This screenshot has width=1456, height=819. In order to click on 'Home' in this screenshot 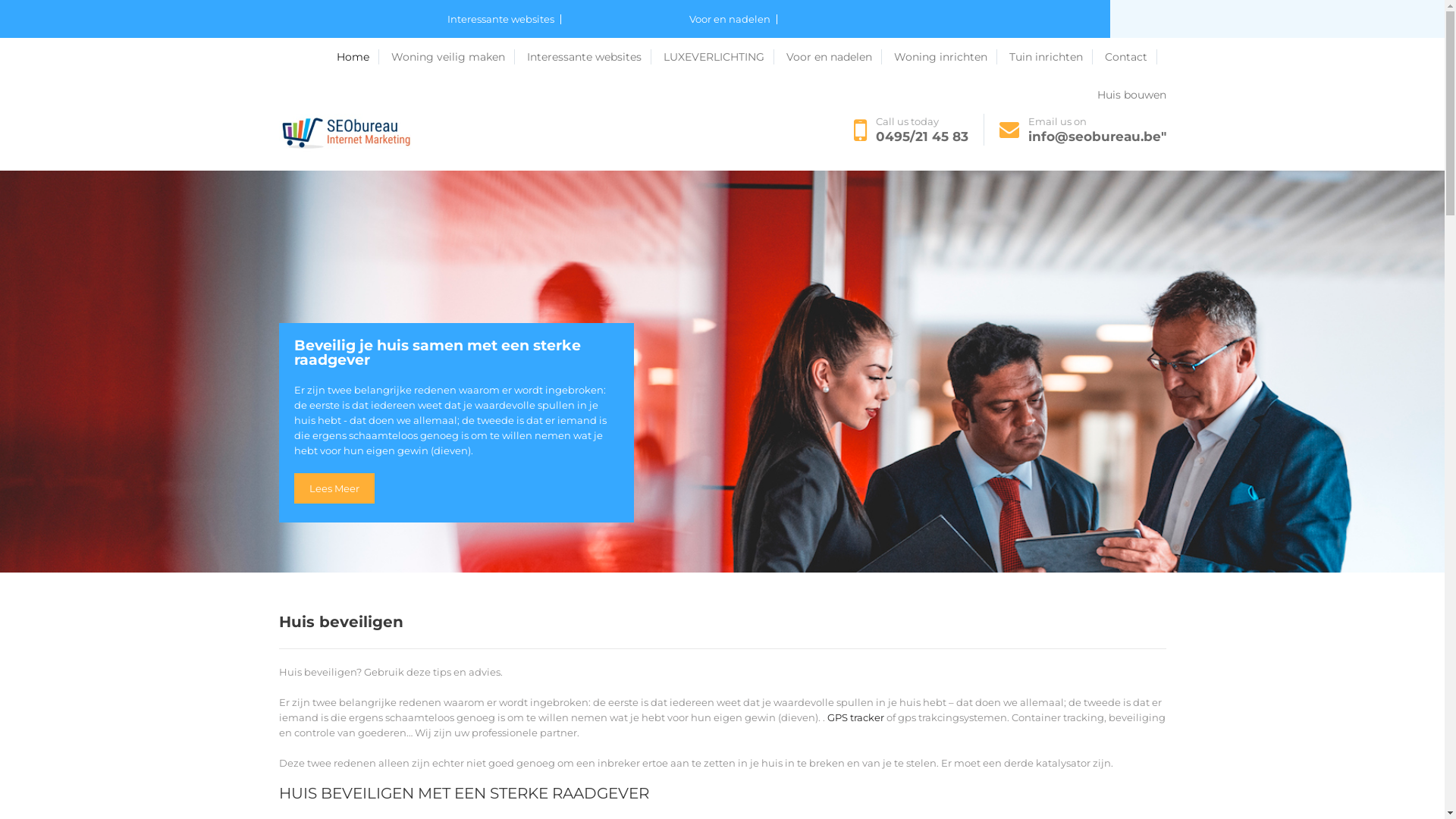, I will do `click(298, 56)`.